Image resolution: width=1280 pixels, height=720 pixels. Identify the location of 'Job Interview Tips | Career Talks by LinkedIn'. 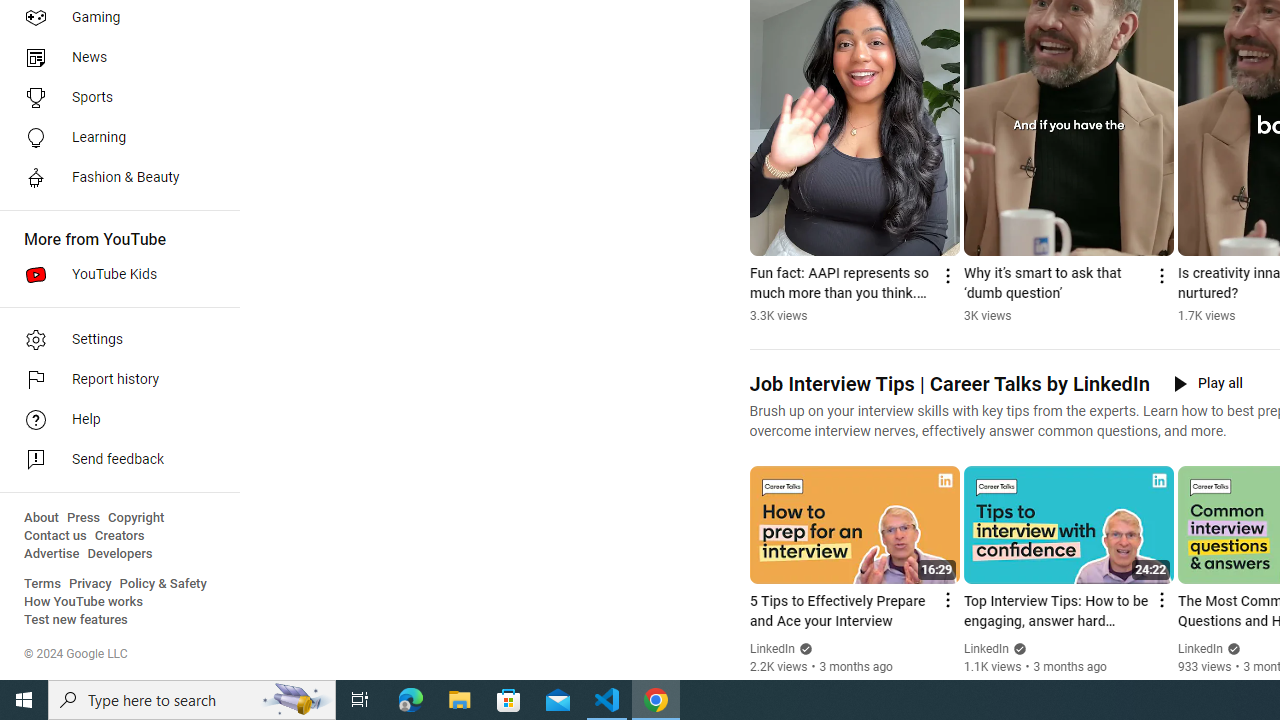
(948, 384).